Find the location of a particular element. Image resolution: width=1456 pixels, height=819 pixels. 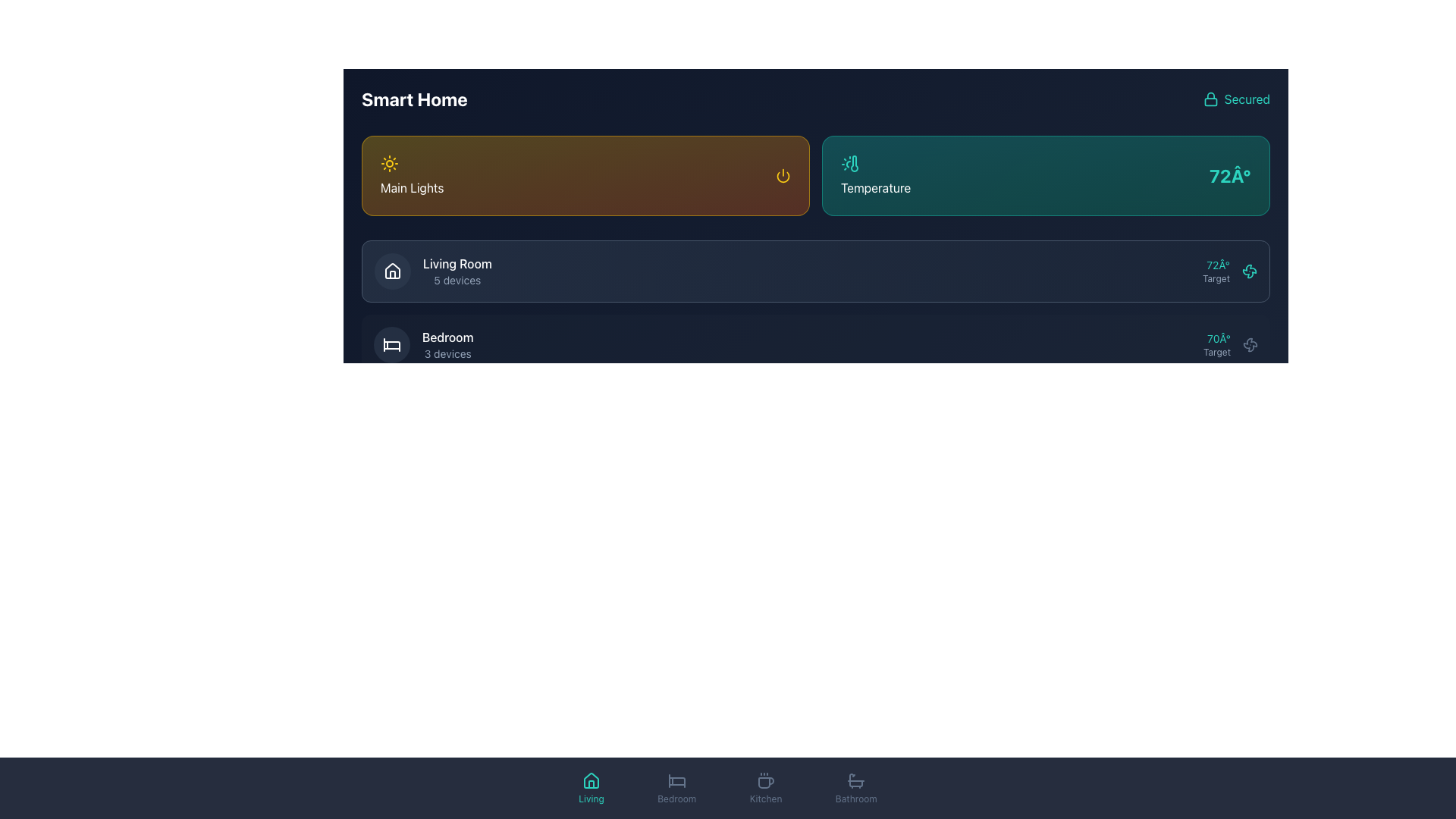

the 'Bedroom' text display element, which includes the heading 'Bedroom' and the subtitle '3 devices' is located at coordinates (447, 345).